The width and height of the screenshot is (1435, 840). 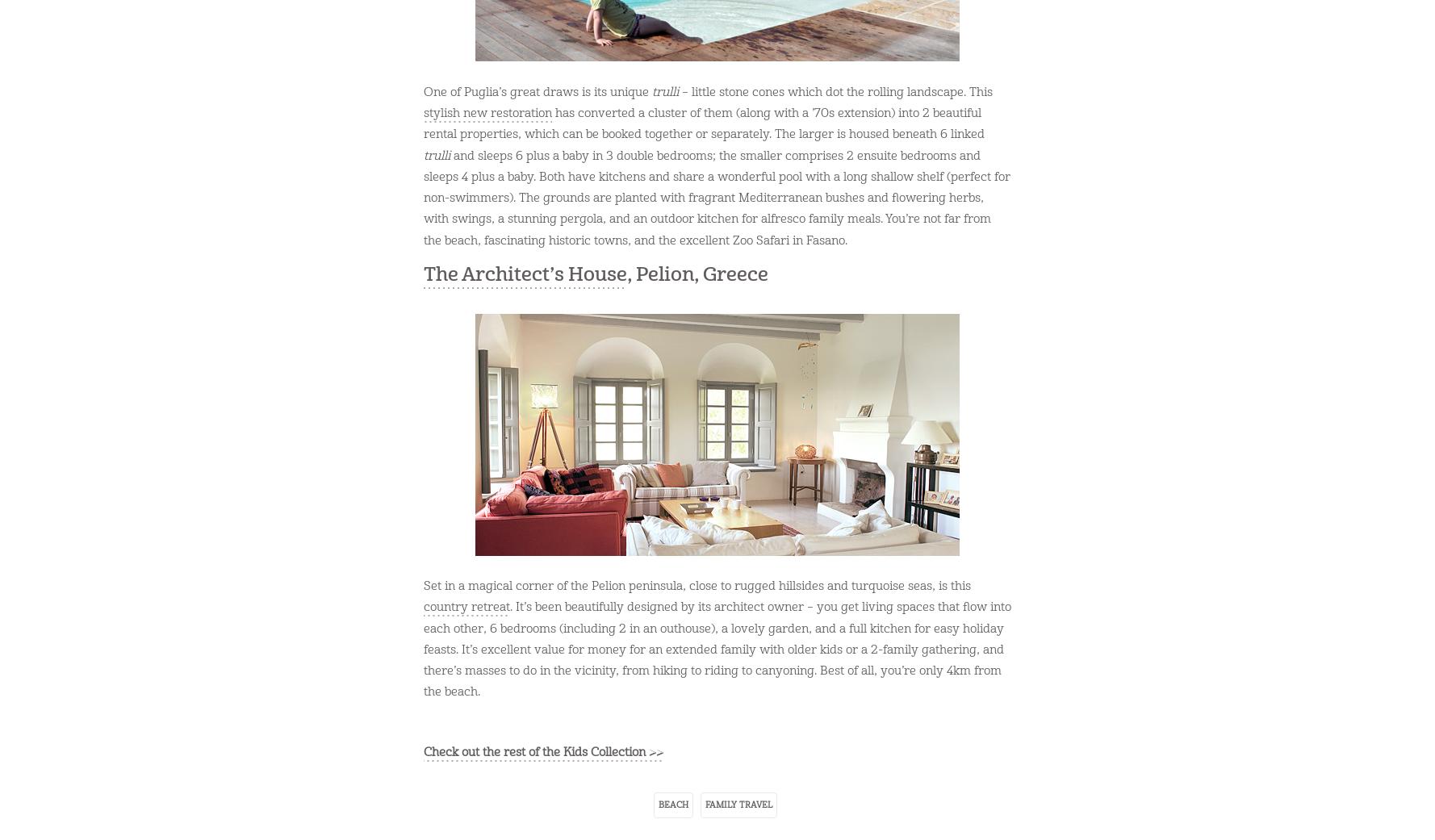 What do you see at coordinates (697, 274) in the screenshot?
I see `', Pelion, Greece'` at bounding box center [697, 274].